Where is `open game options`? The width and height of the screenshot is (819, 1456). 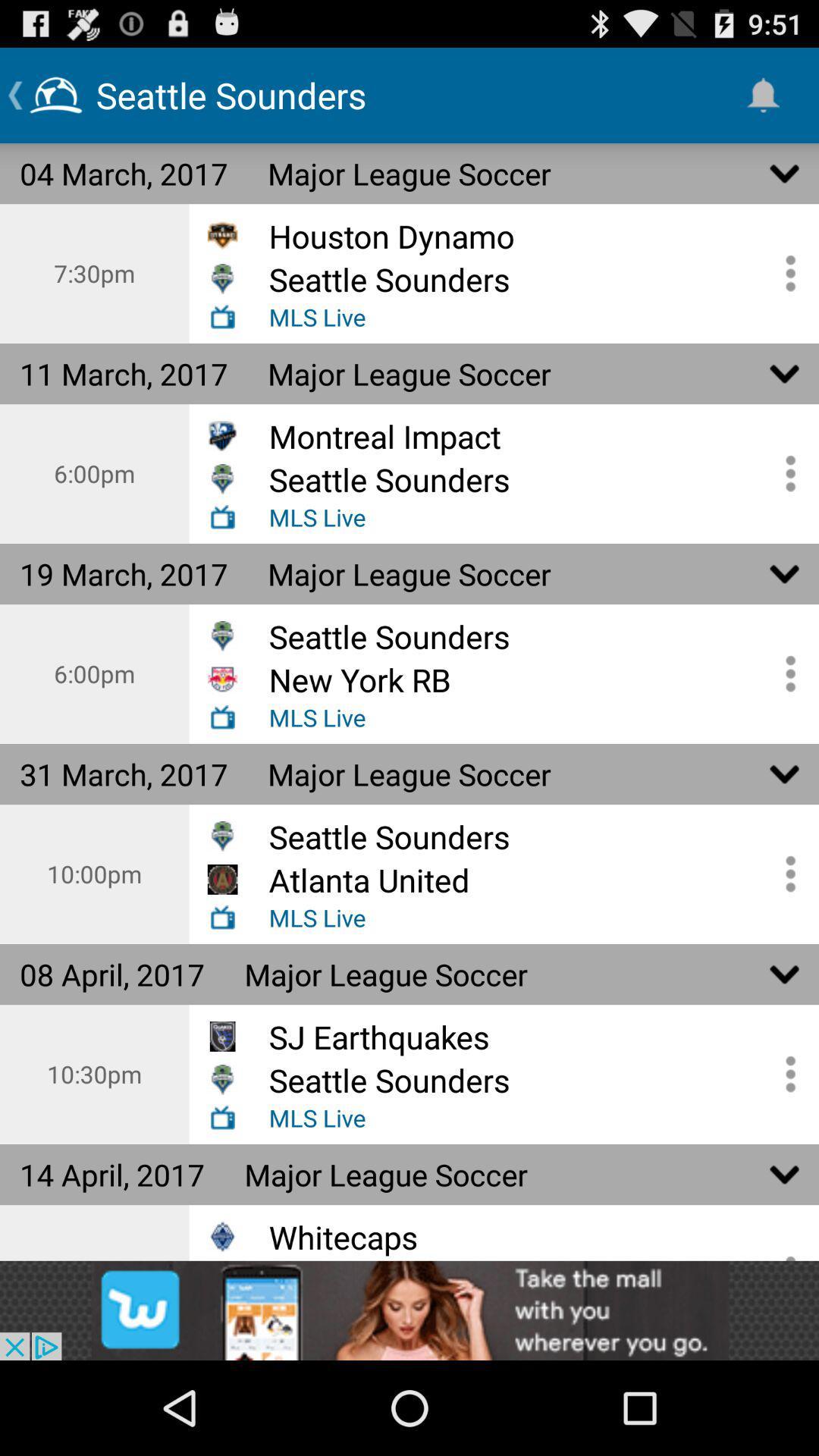 open game options is located at coordinates (785, 472).